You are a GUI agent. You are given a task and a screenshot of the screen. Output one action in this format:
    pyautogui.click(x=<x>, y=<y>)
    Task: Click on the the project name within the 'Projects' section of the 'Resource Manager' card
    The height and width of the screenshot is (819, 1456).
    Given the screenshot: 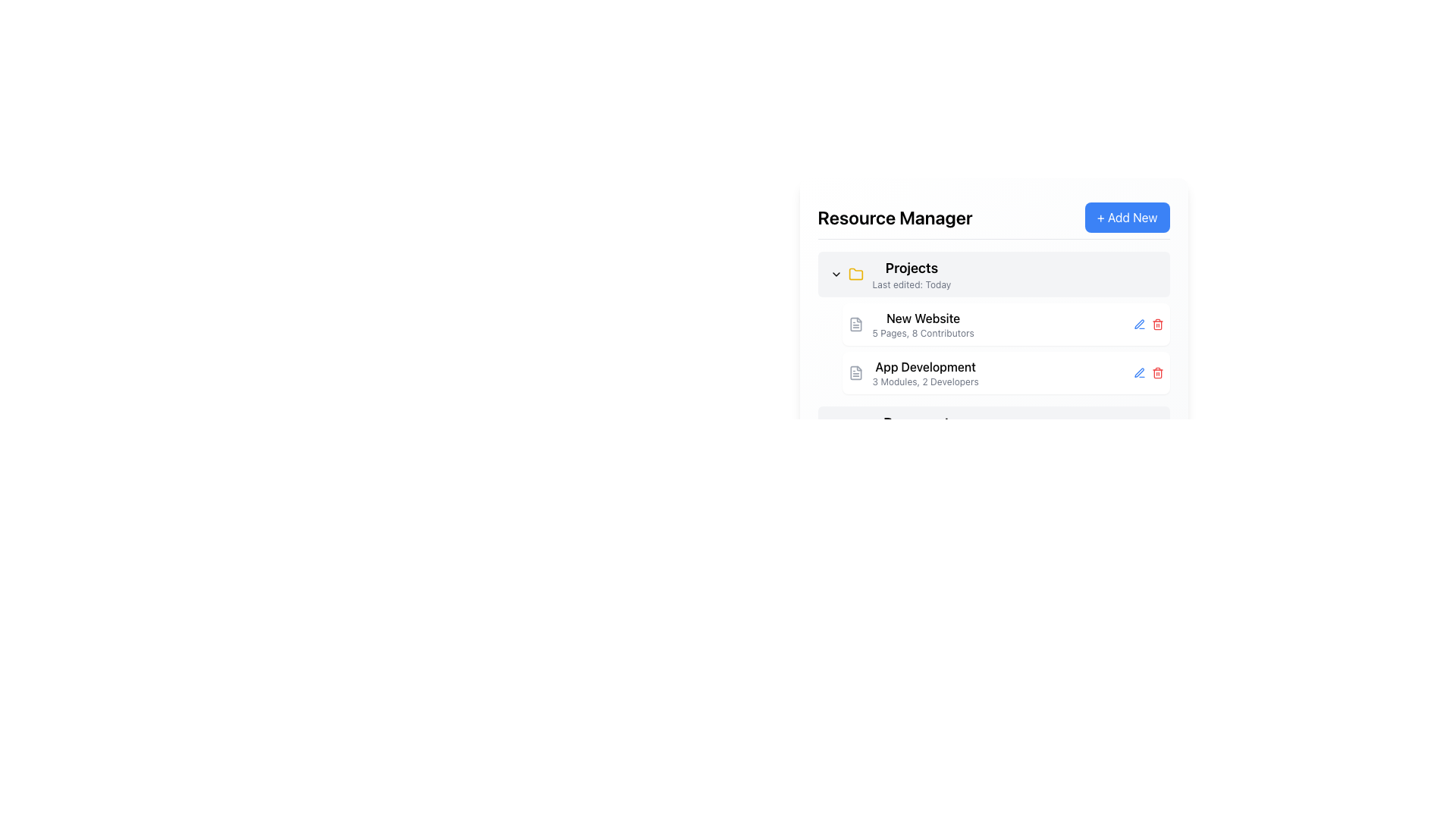 What is the action you would take?
    pyautogui.click(x=993, y=351)
    